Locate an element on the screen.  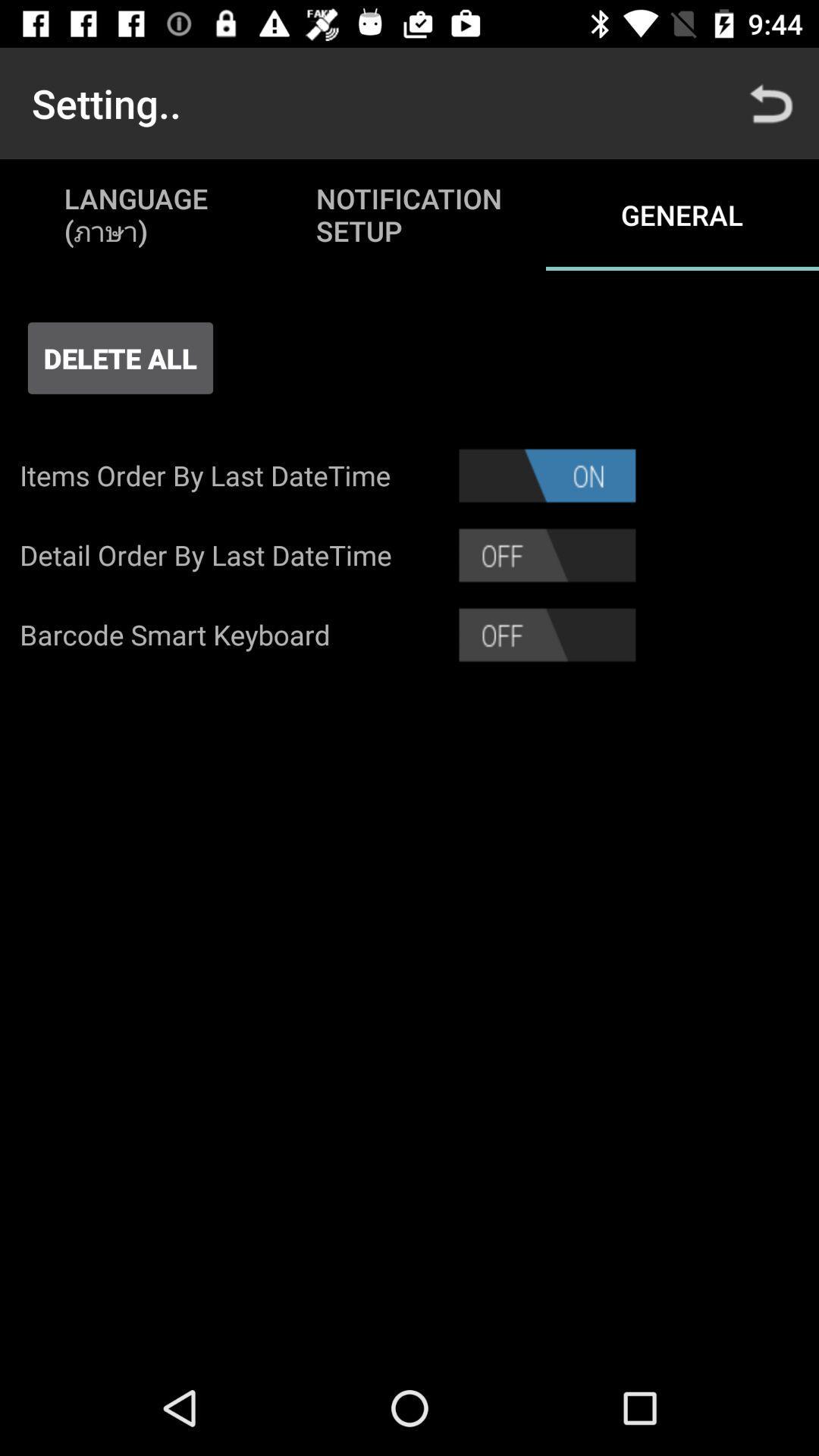
on off option is located at coordinates (547, 635).